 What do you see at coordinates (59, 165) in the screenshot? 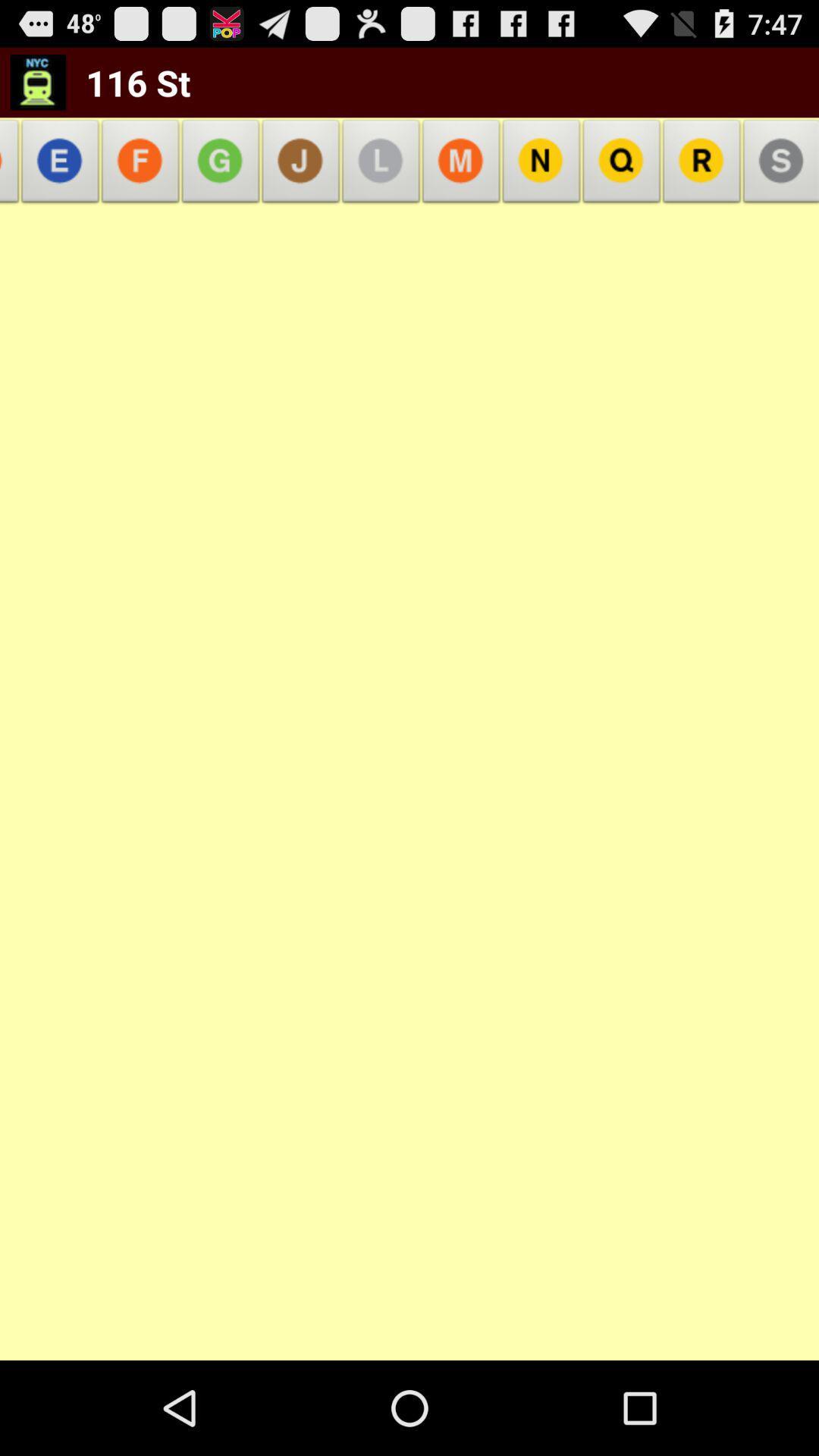
I see `the item below 116 st icon` at bounding box center [59, 165].